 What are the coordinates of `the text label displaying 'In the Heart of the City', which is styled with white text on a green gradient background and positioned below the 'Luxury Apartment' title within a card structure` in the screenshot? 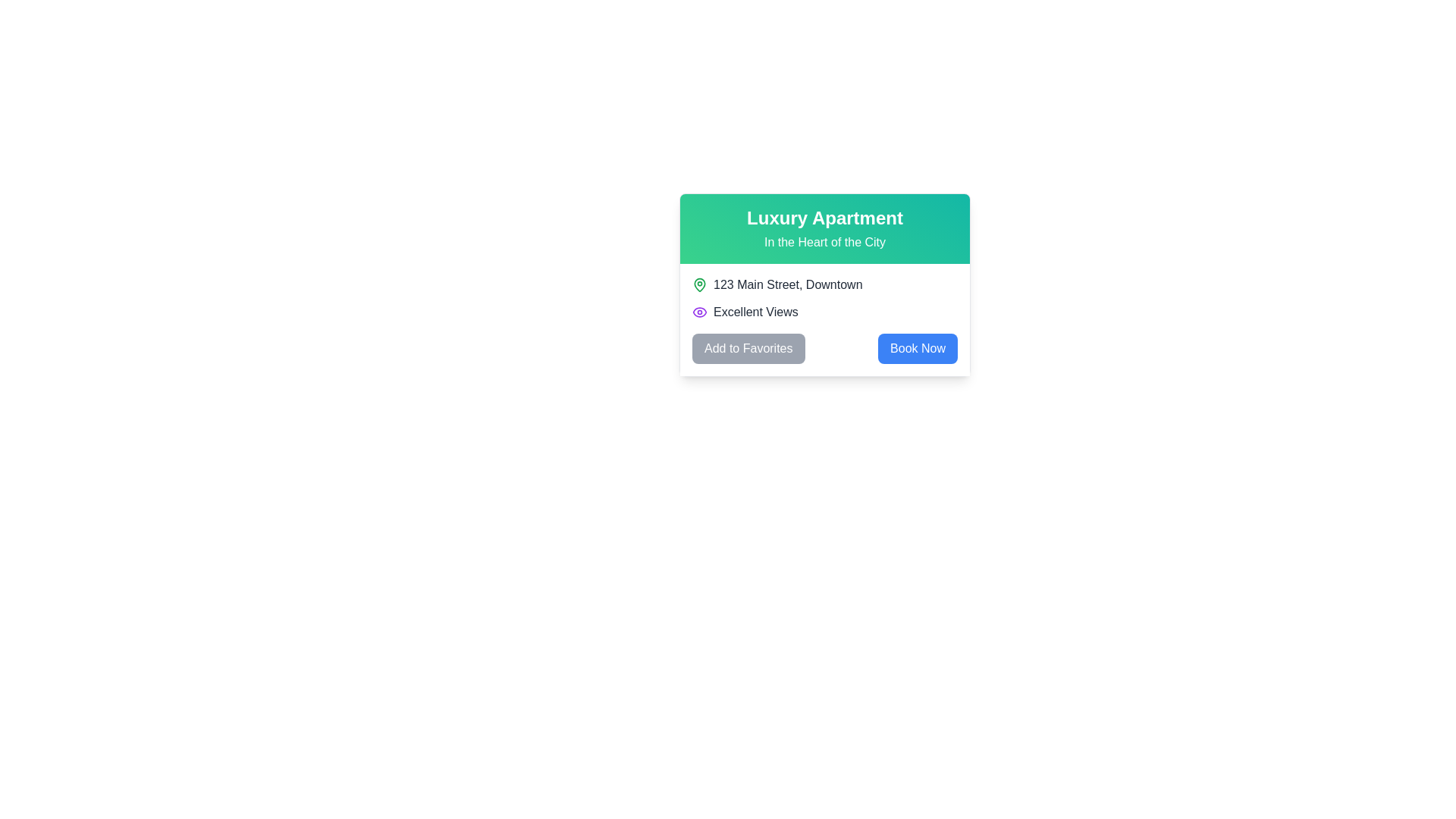 It's located at (824, 242).